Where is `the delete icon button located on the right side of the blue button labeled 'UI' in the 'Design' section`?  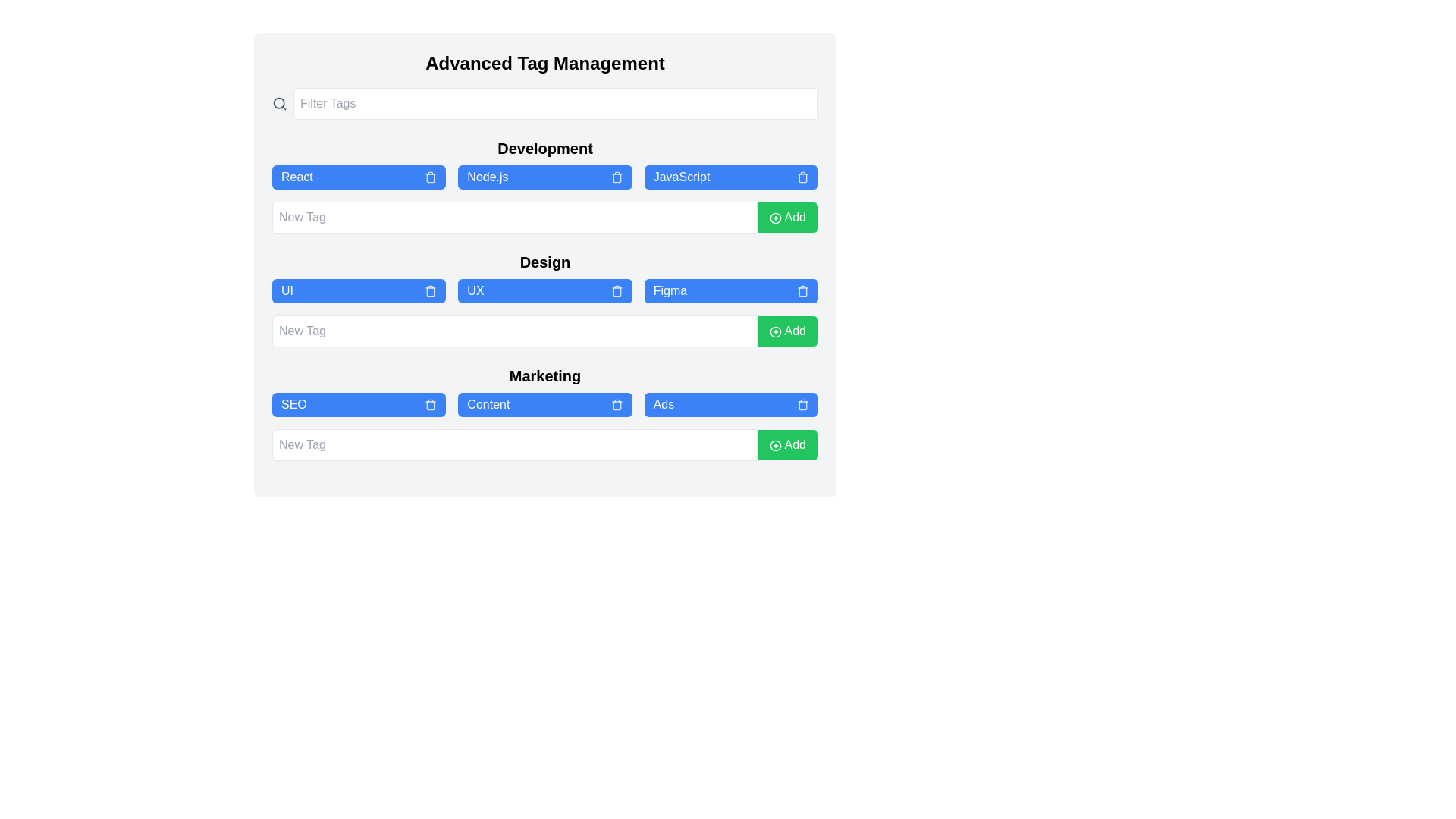
the delete icon button located on the right side of the blue button labeled 'UI' in the 'Design' section is located at coordinates (430, 291).